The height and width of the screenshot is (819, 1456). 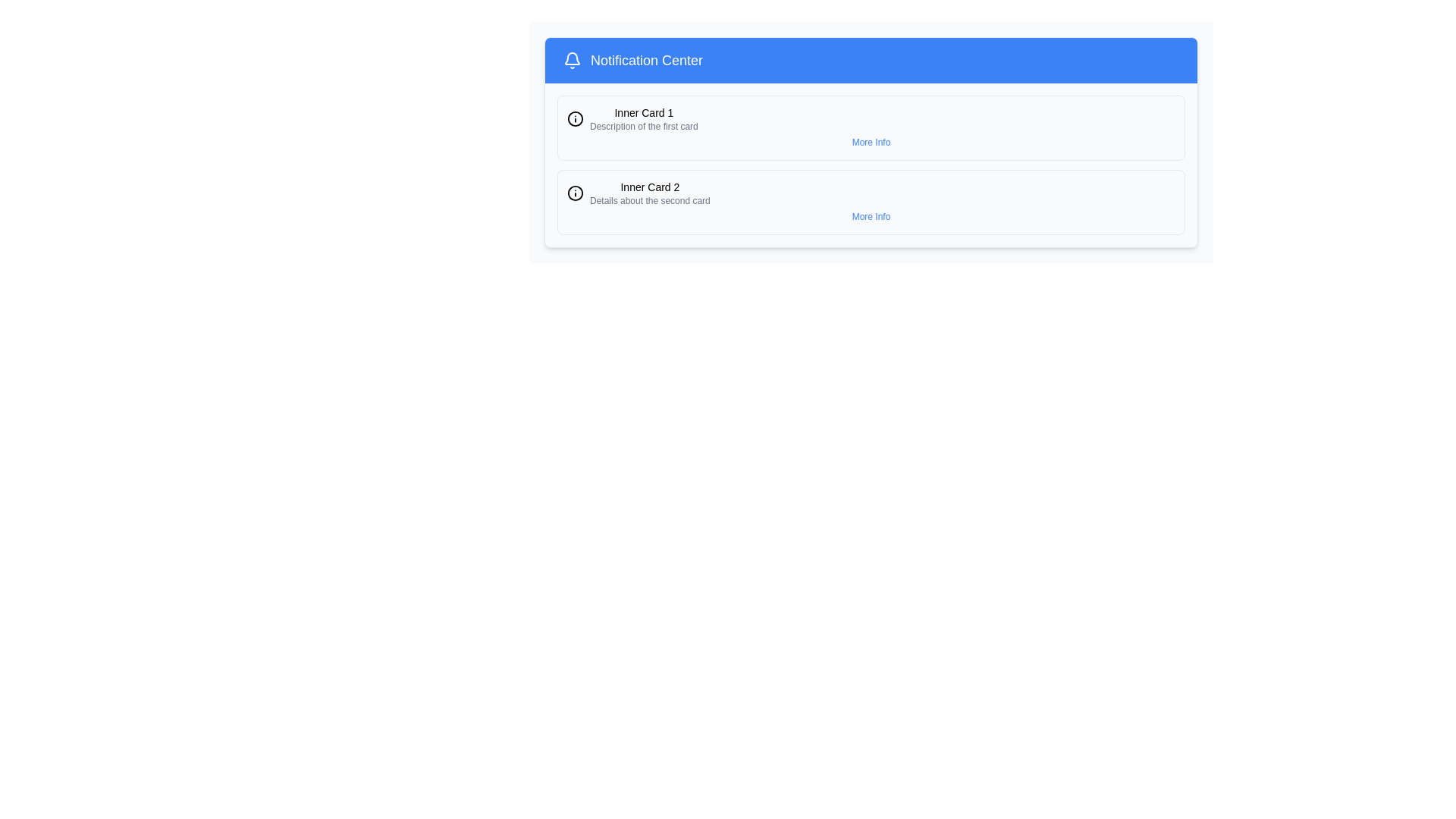 I want to click on the 'More Info' hyperlink located in the lower-right corner of the 'Inner Card 1' section, so click(x=871, y=143).